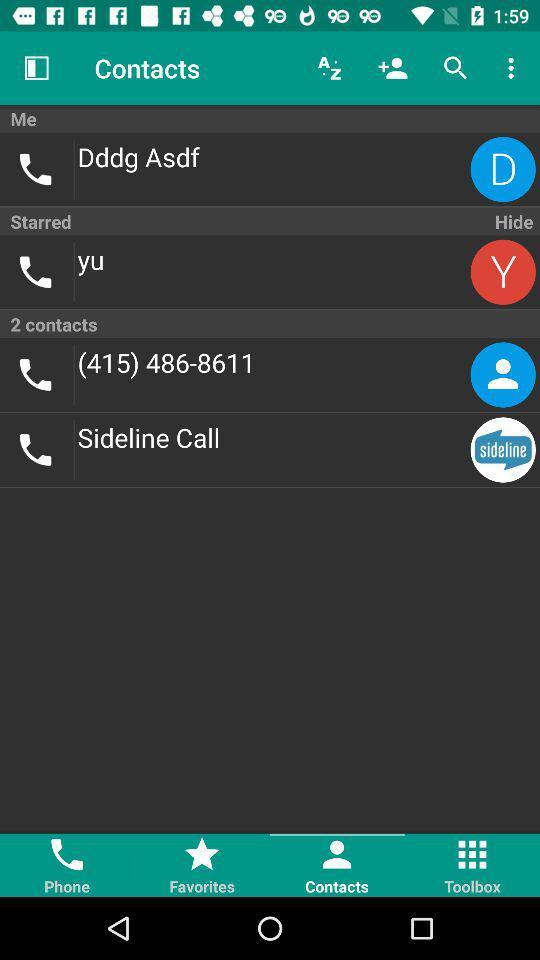 The height and width of the screenshot is (960, 540). Describe the element at coordinates (513, 68) in the screenshot. I see `the item above the me item` at that location.